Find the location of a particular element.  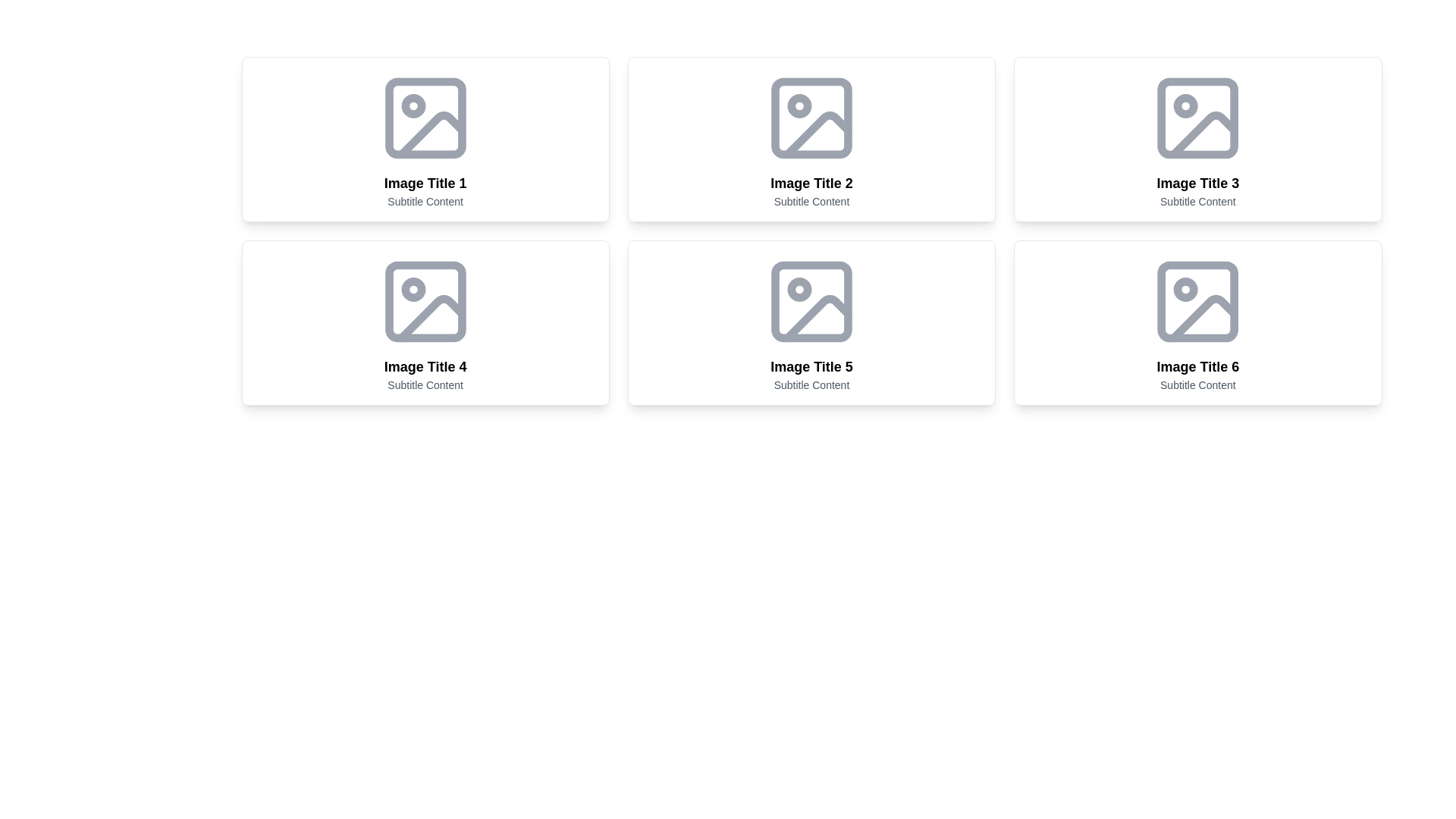

the decorative Circle element within the third image placeholder of the card titled 'Image Title 3' is located at coordinates (1185, 105).